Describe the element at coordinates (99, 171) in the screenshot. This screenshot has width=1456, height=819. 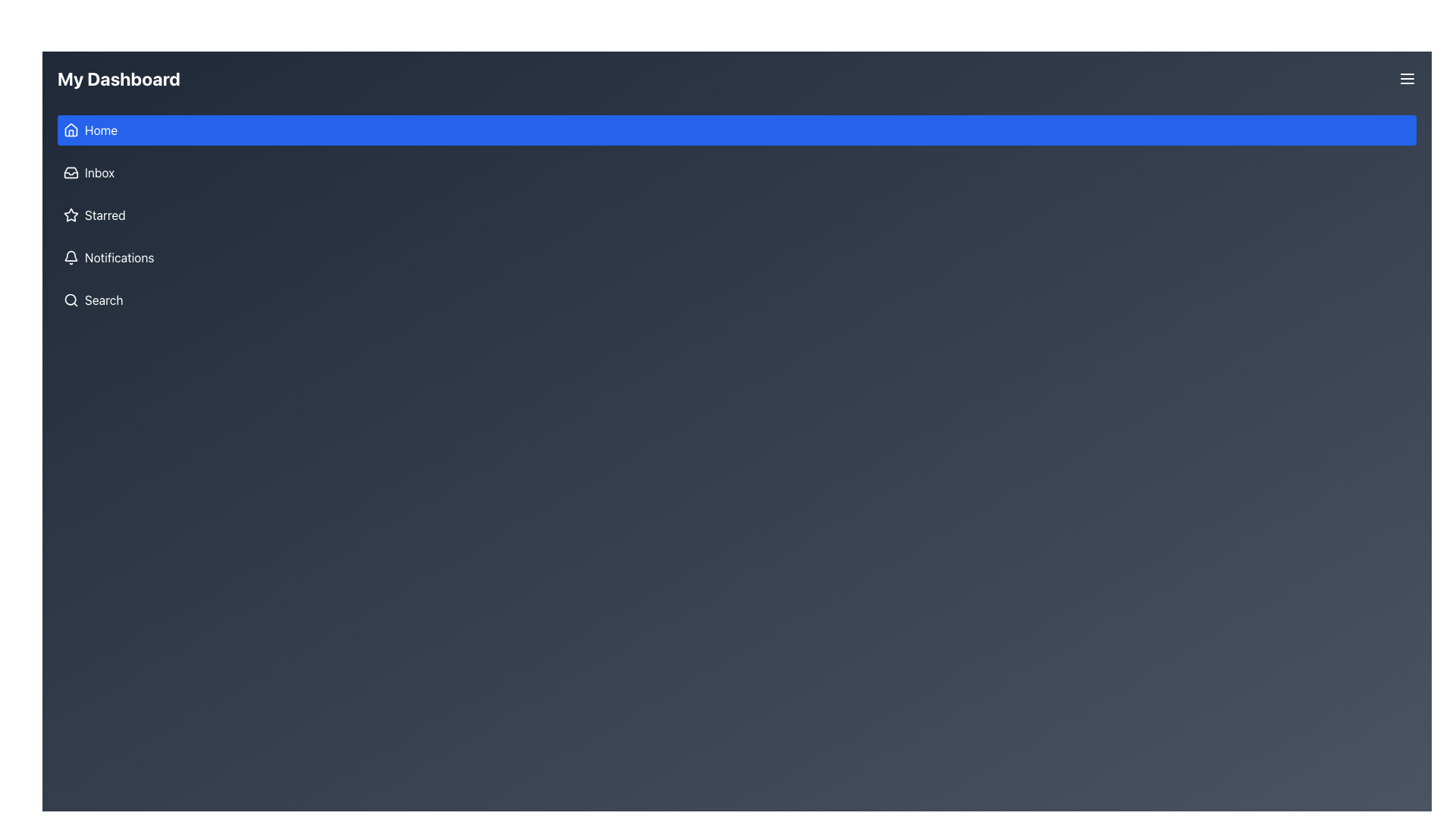
I see `the 'Inbox' text label, which displays the word 'Inbox' in white font on a dark background, located in the vertical navigation menu on the left side of the interface` at that location.